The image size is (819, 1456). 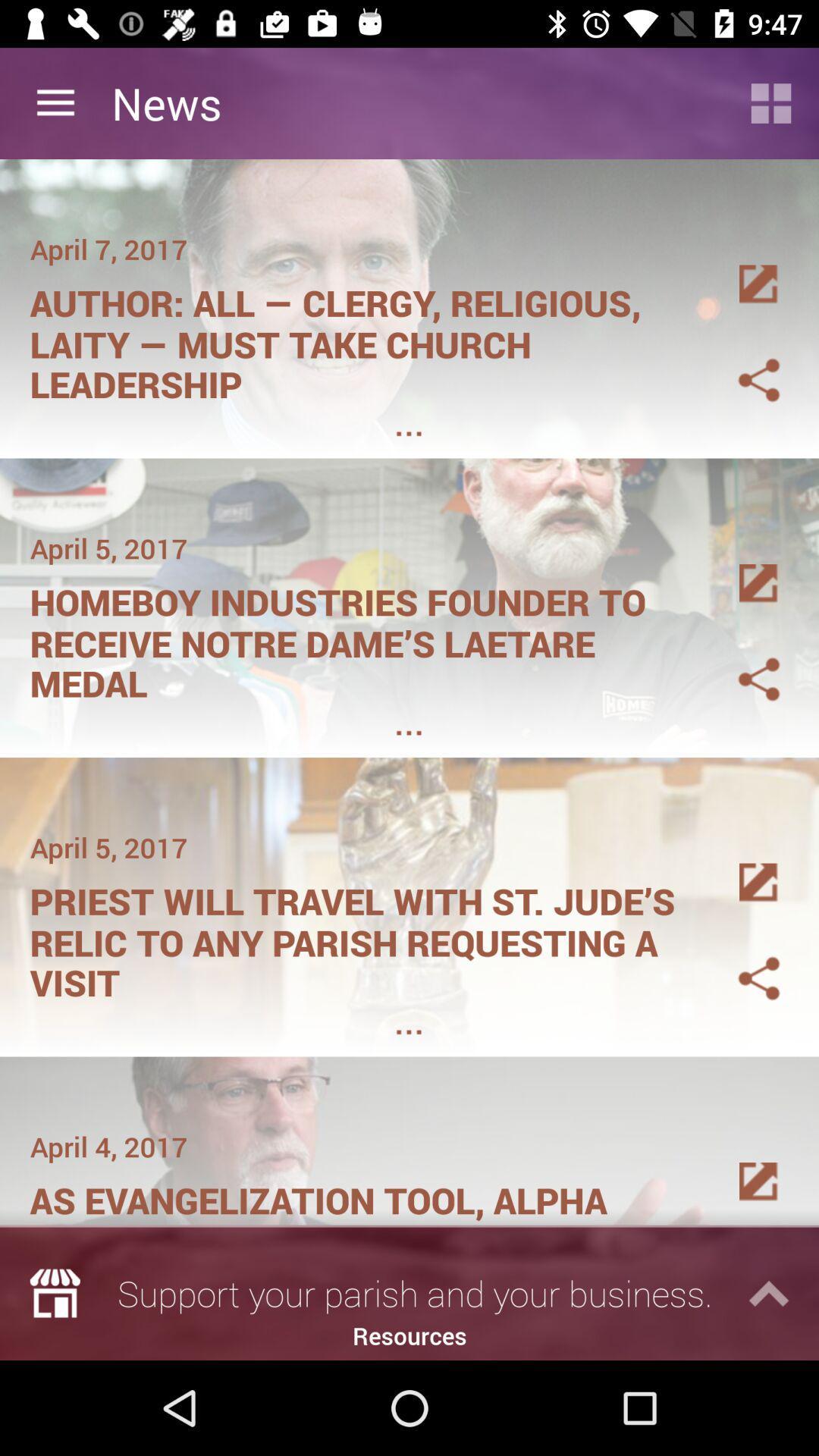 What do you see at coordinates (740, 361) in the screenshot?
I see `tha gallry image` at bounding box center [740, 361].